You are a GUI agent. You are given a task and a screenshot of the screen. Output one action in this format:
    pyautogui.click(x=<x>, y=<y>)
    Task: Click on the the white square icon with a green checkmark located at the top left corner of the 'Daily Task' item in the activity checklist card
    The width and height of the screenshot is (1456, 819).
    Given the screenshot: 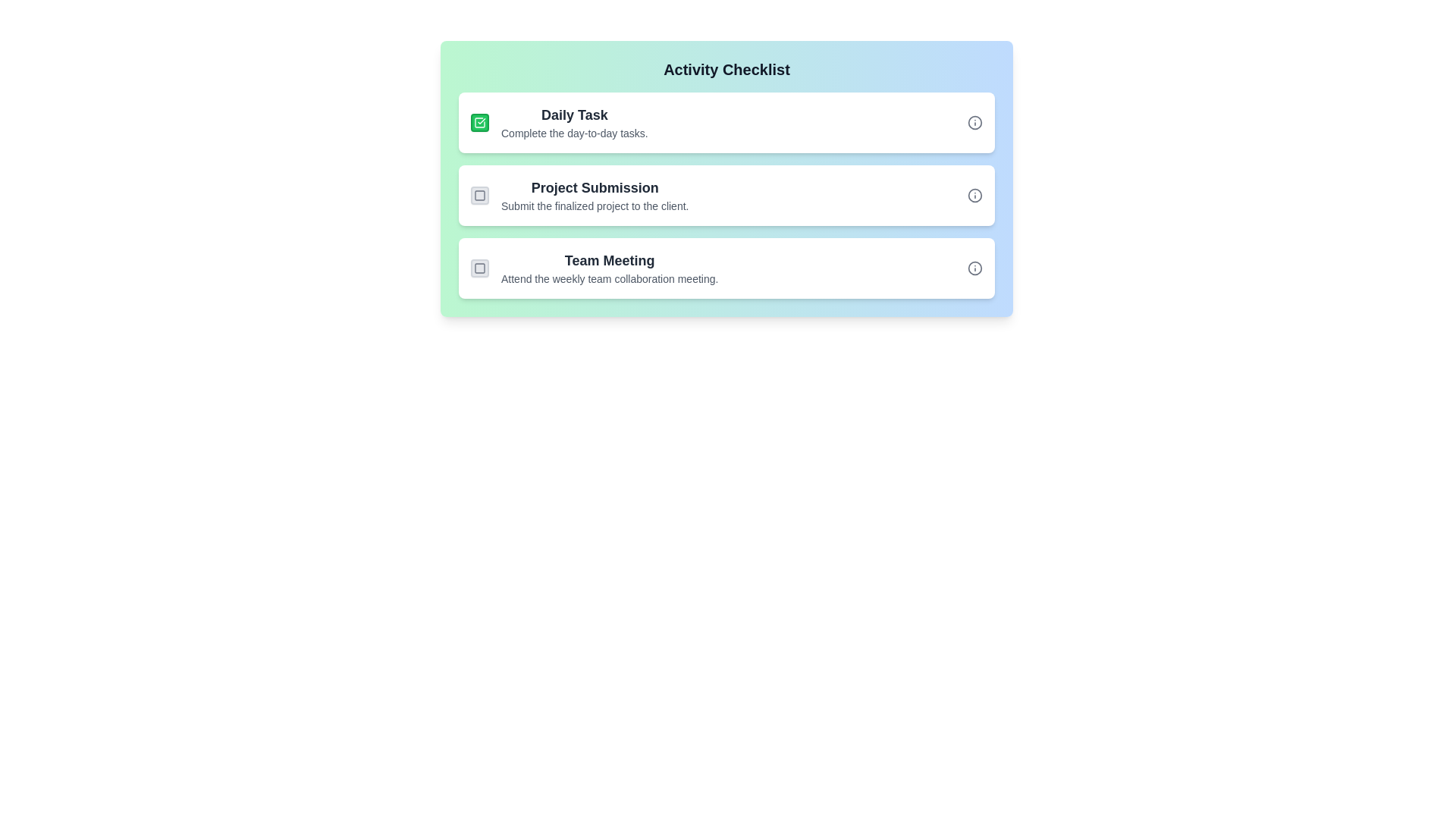 What is the action you would take?
    pyautogui.click(x=479, y=122)
    